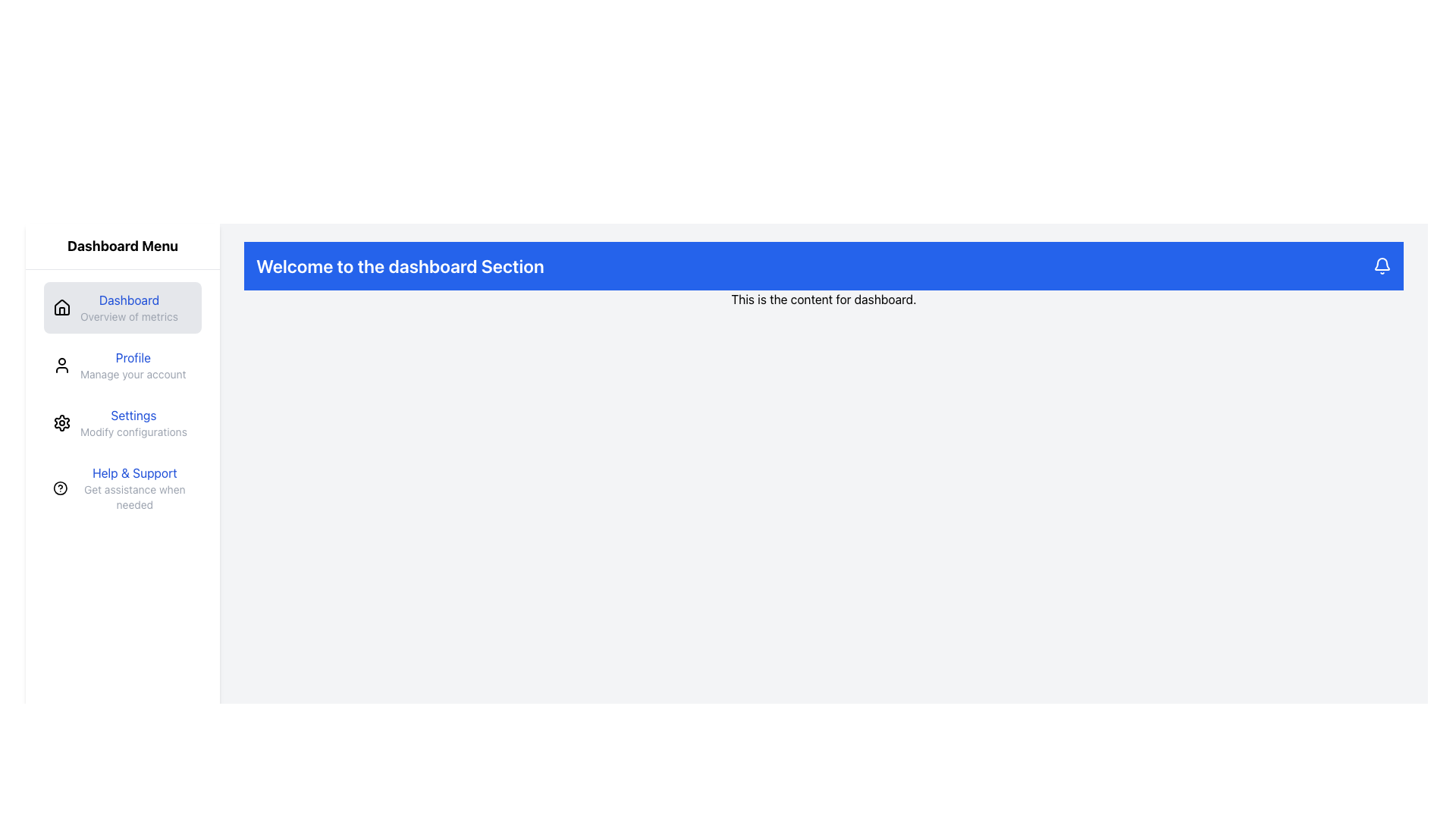  Describe the element at coordinates (123, 245) in the screenshot. I see `the Text Label at the top of the sidebar menu, which serves as the header indicating the purpose of the section below` at that location.